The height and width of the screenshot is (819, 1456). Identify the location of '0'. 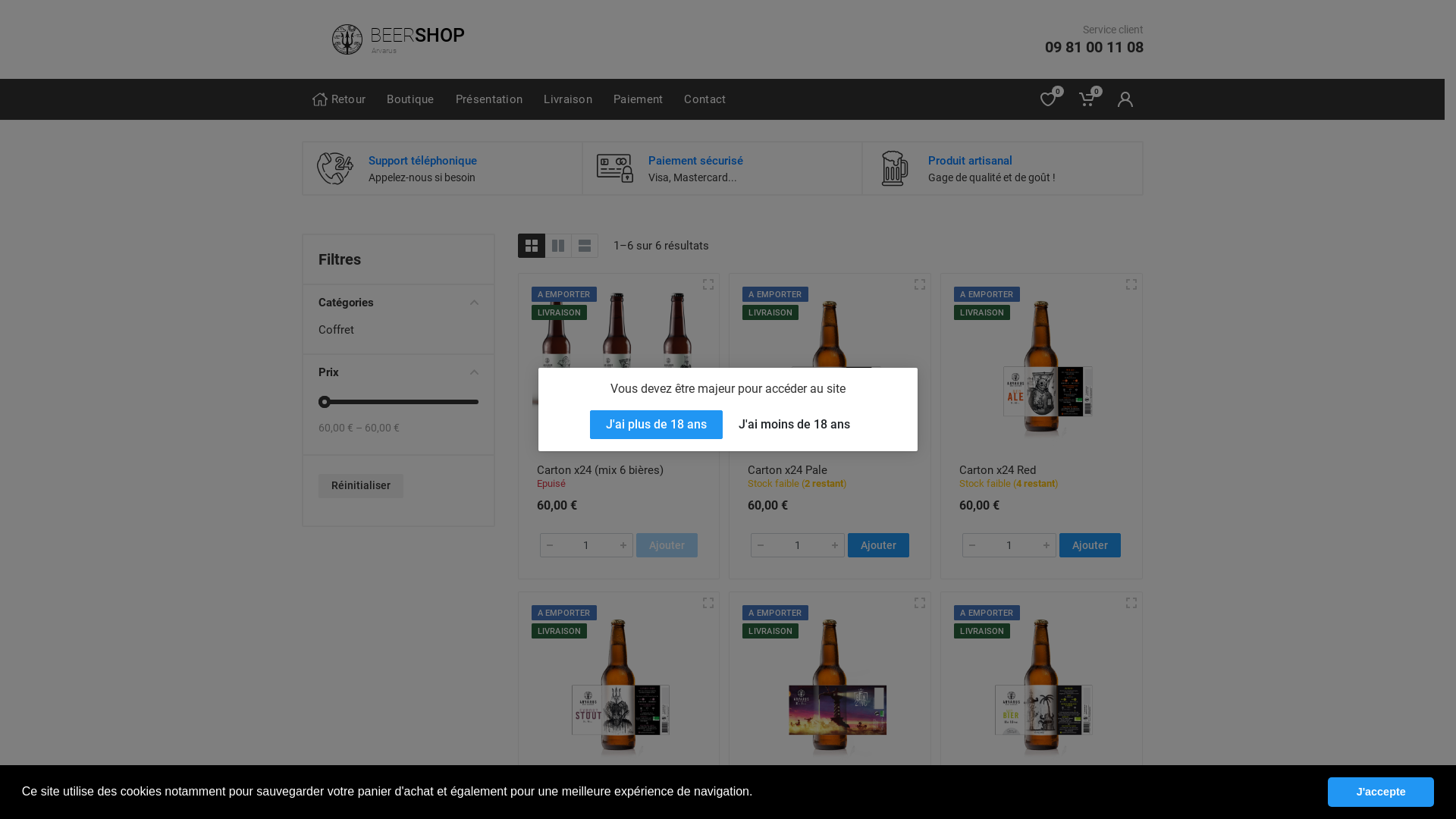
(1086, 99).